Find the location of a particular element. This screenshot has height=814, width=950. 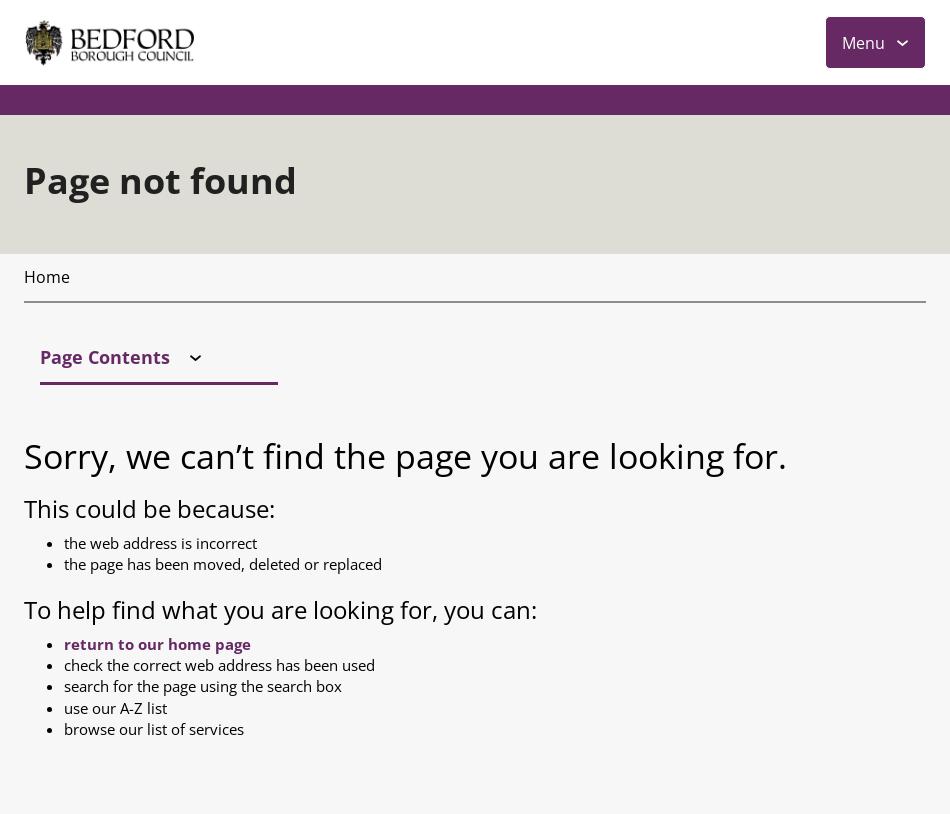

'This could be because:' is located at coordinates (149, 82).